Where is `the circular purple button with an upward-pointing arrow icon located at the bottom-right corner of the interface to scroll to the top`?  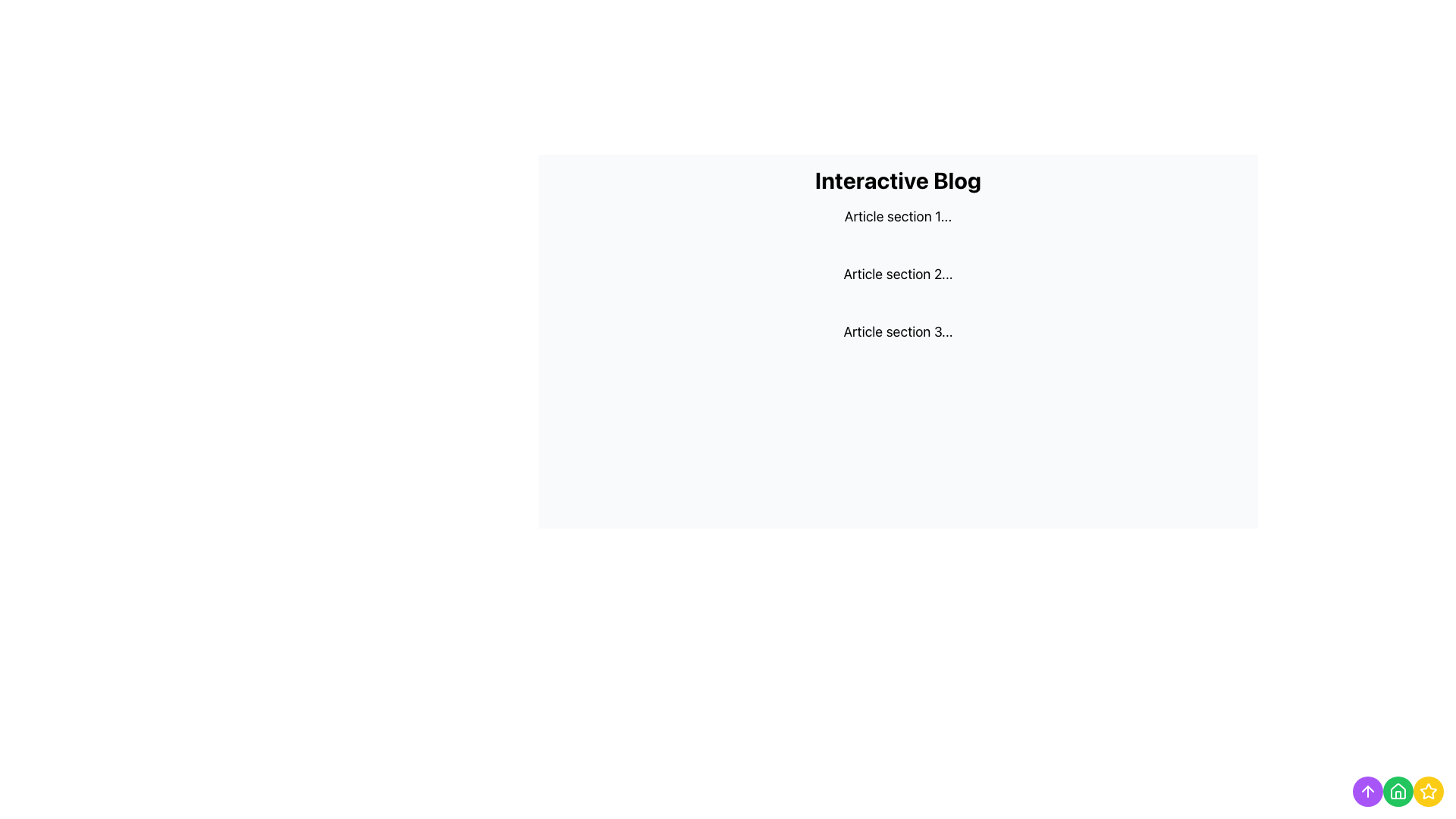 the circular purple button with an upward-pointing arrow icon located at the bottom-right corner of the interface to scroll to the top is located at coordinates (1368, 791).